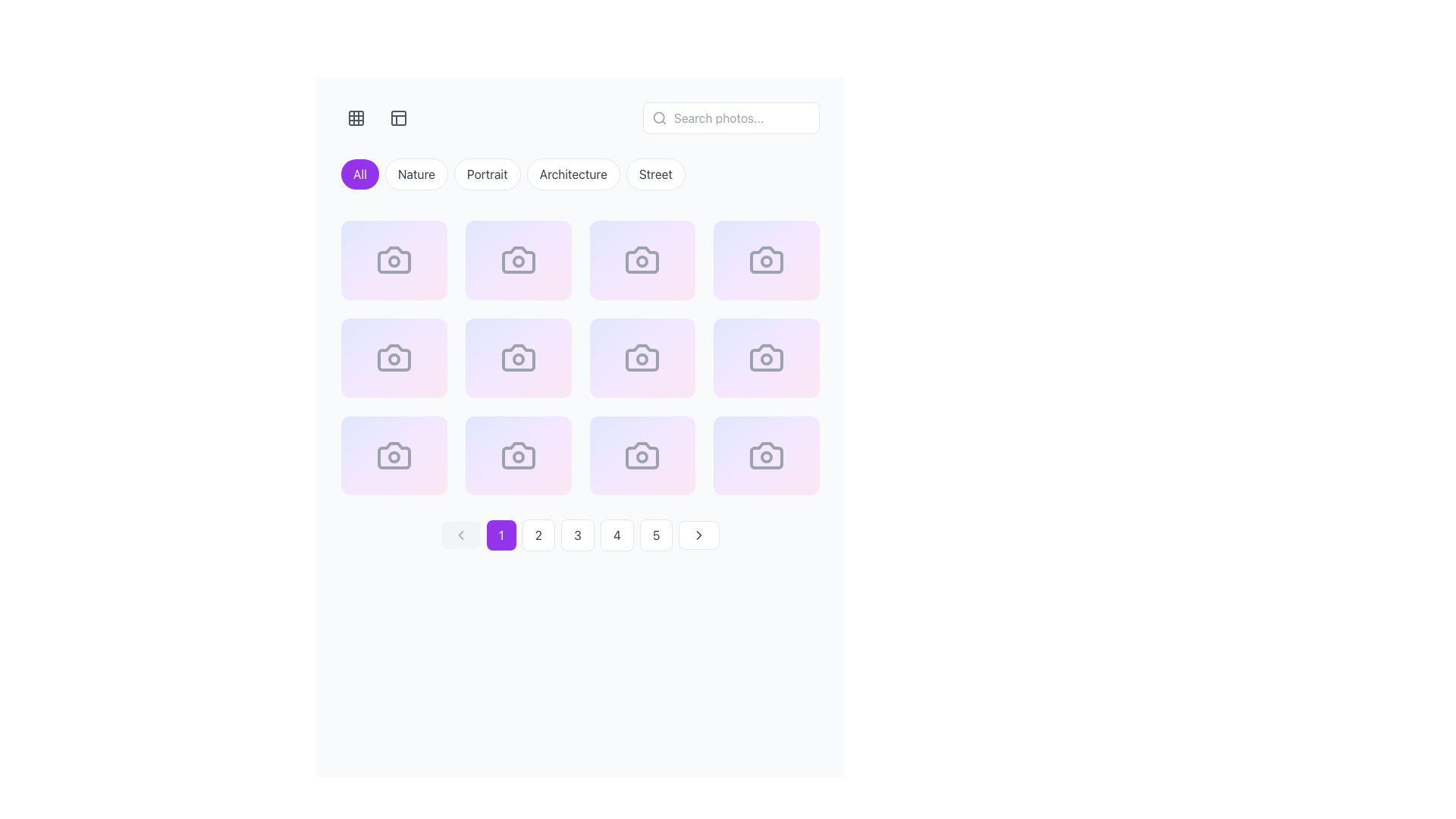 This screenshot has height=819, width=1456. What do you see at coordinates (767, 259) in the screenshot?
I see `the camera icon with rounded edges and a circular lens, located in the third column of the second row in the grid layout` at bounding box center [767, 259].